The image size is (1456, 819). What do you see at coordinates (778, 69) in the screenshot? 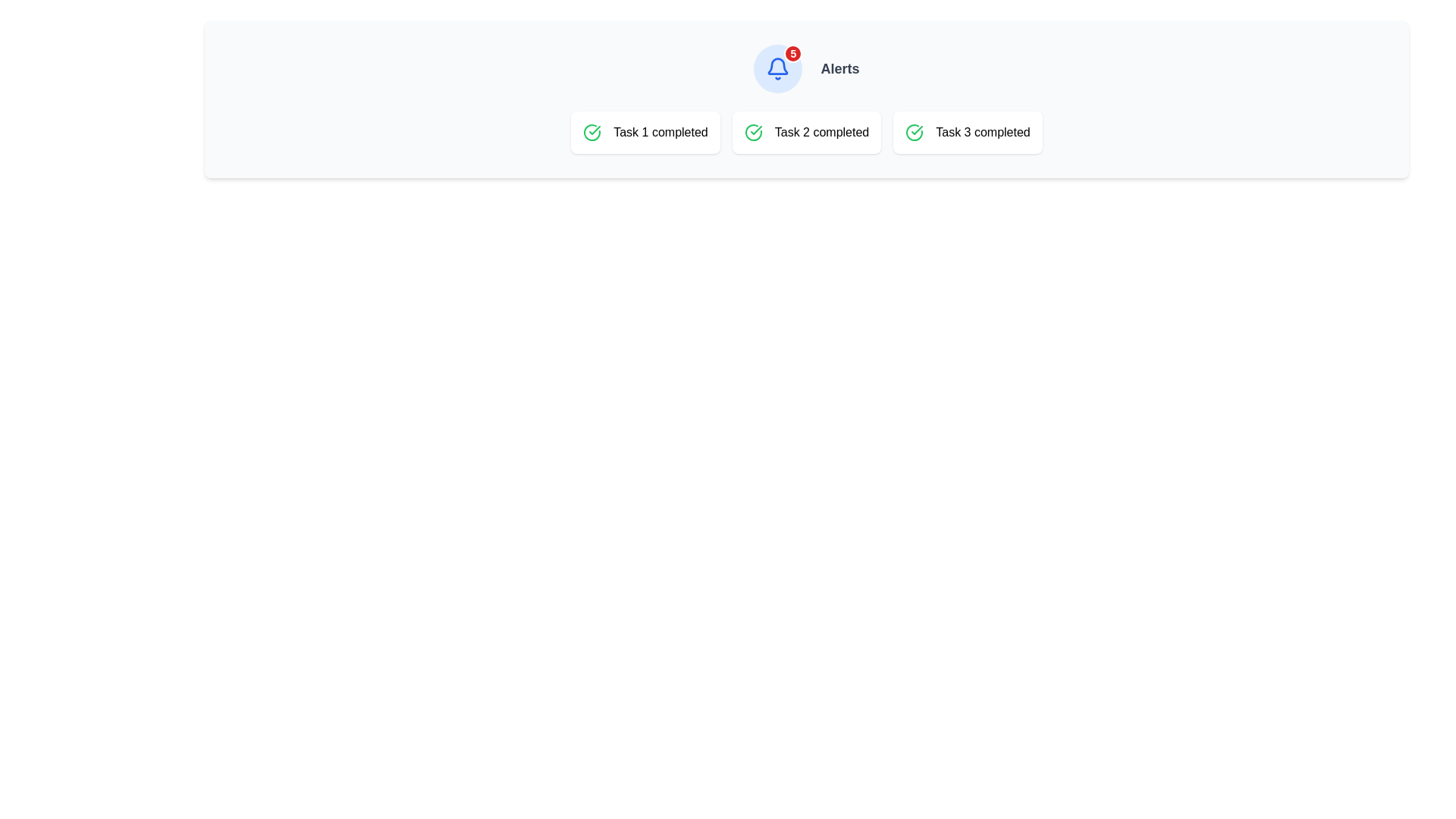
I see `the Interactive Button with Icon and Badge located to the left of the 'Alerts' text to potentially highlight it or show a tooltip` at bounding box center [778, 69].